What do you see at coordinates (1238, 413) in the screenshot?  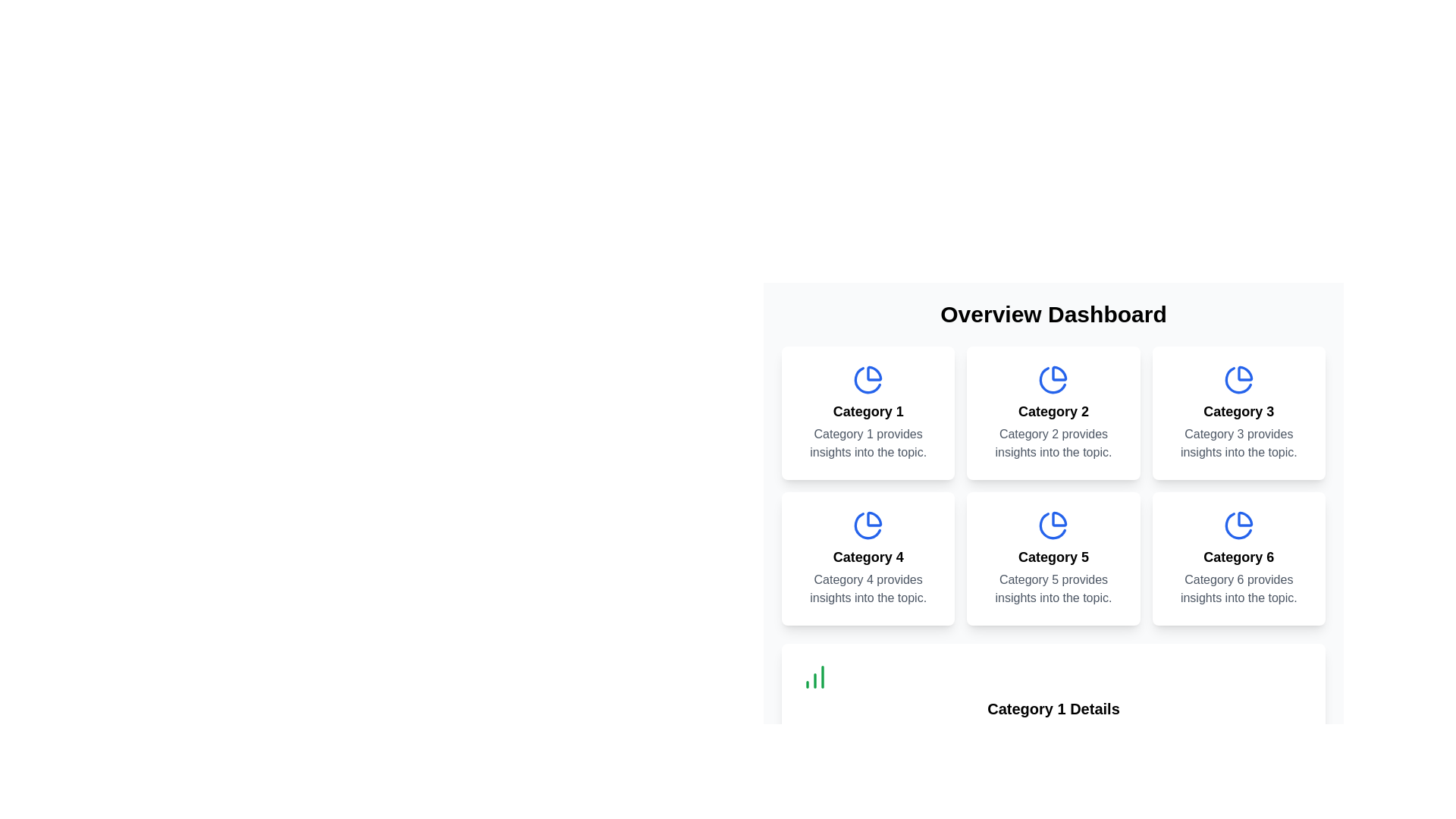 I see `the third informational card in the top row of the grid layout` at bounding box center [1238, 413].